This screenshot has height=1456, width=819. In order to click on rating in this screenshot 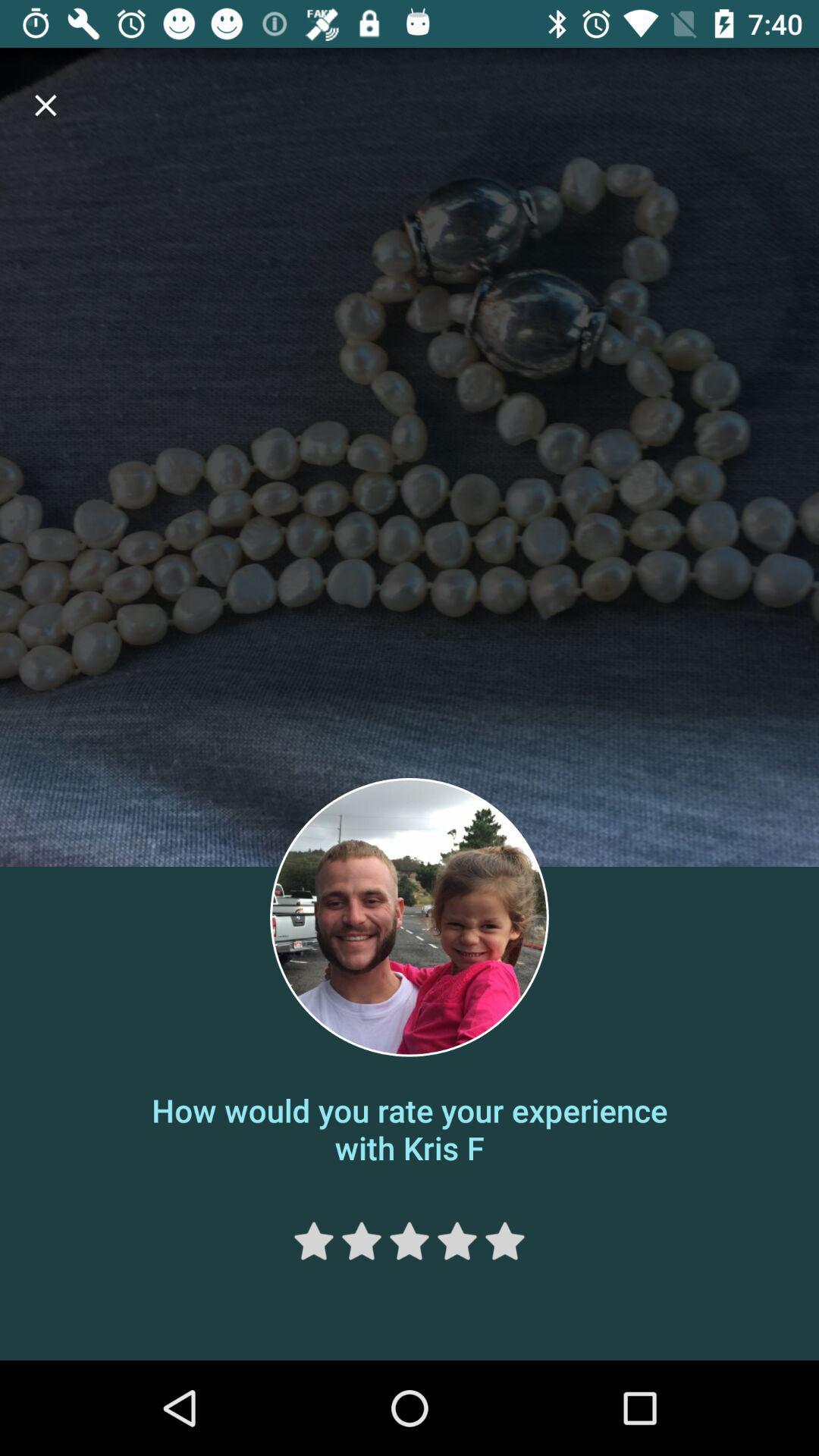, I will do `click(409, 1241)`.